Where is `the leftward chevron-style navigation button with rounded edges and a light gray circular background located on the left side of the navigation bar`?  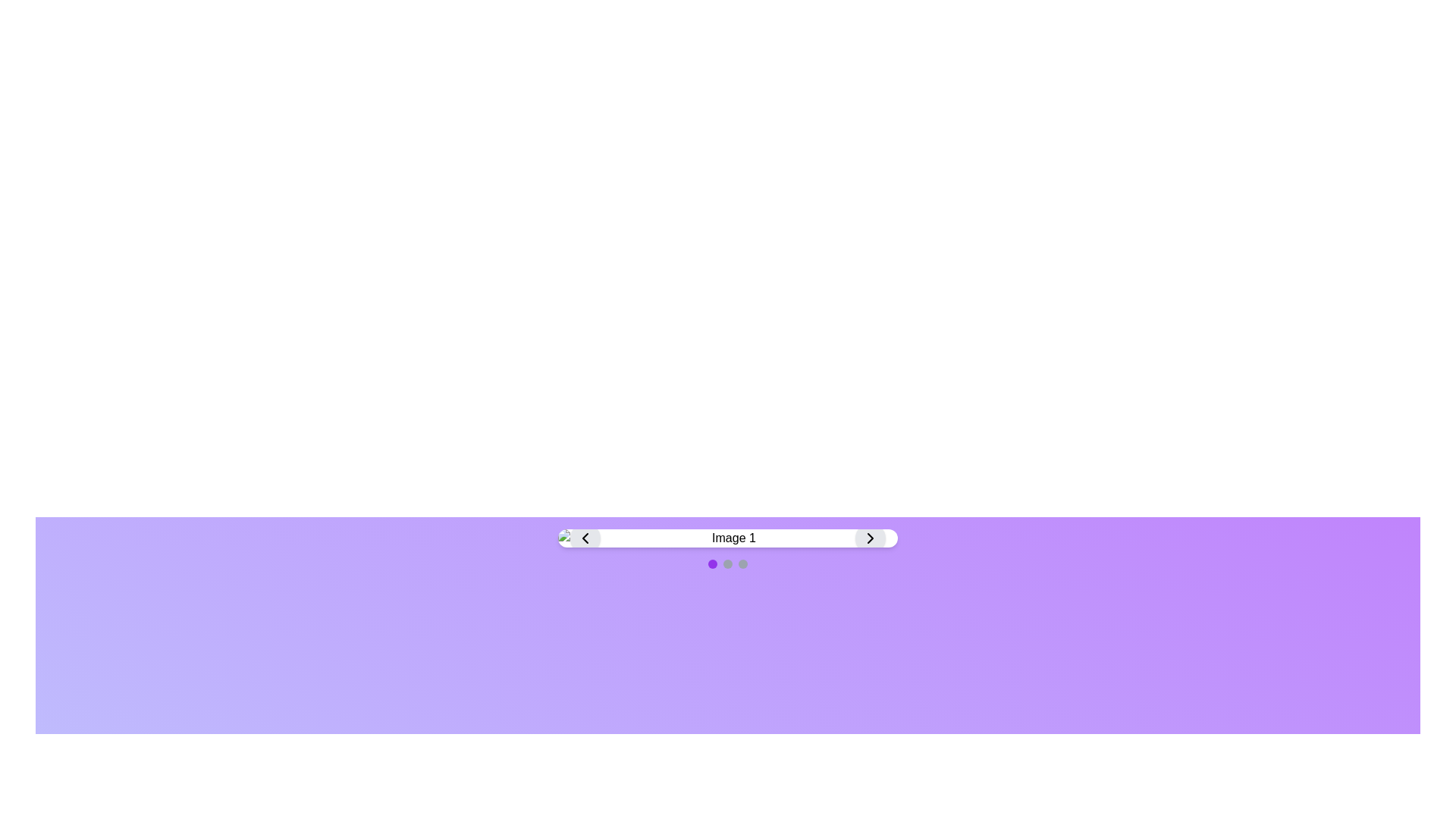 the leftward chevron-style navigation button with rounded edges and a light gray circular background located on the left side of the navigation bar is located at coordinates (585, 537).